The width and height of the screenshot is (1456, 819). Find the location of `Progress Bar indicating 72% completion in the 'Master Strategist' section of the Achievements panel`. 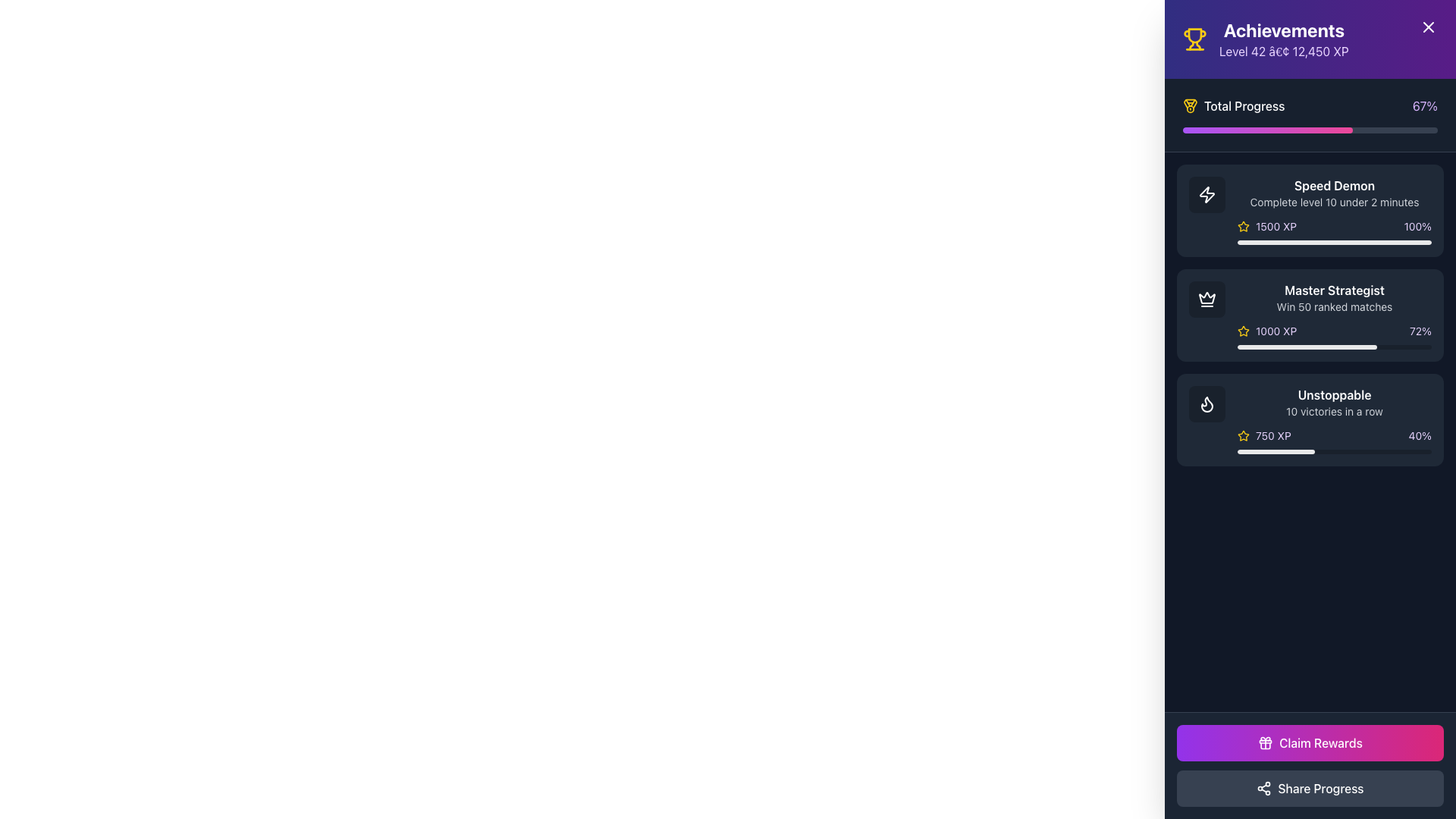

Progress Bar indicating 72% completion in the 'Master Strategist' section of the Achievements panel is located at coordinates (1307, 347).